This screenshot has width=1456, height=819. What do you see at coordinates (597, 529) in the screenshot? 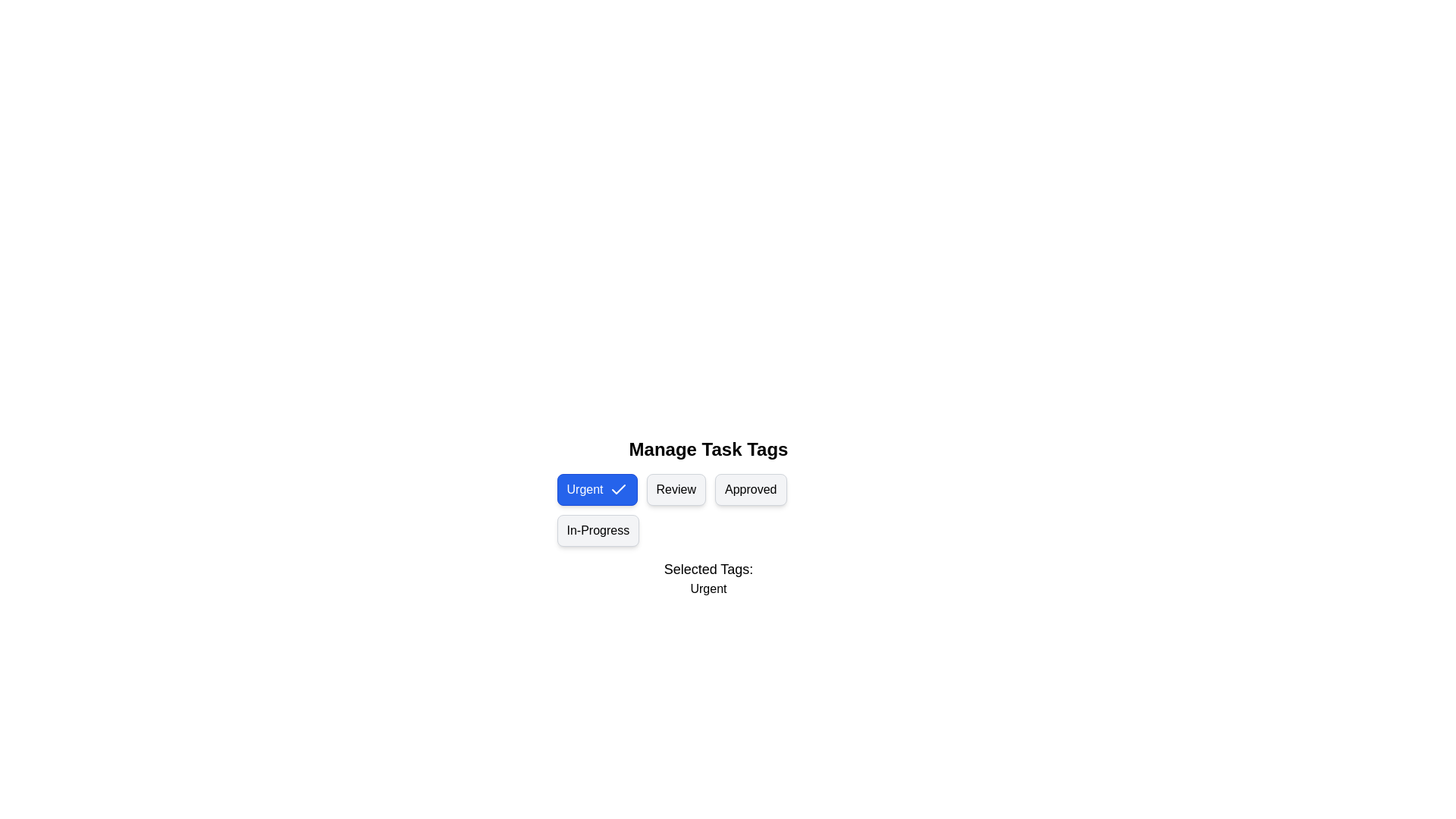
I see `the tag chip labeled 'In-Progress' to observe its hover effect` at bounding box center [597, 529].